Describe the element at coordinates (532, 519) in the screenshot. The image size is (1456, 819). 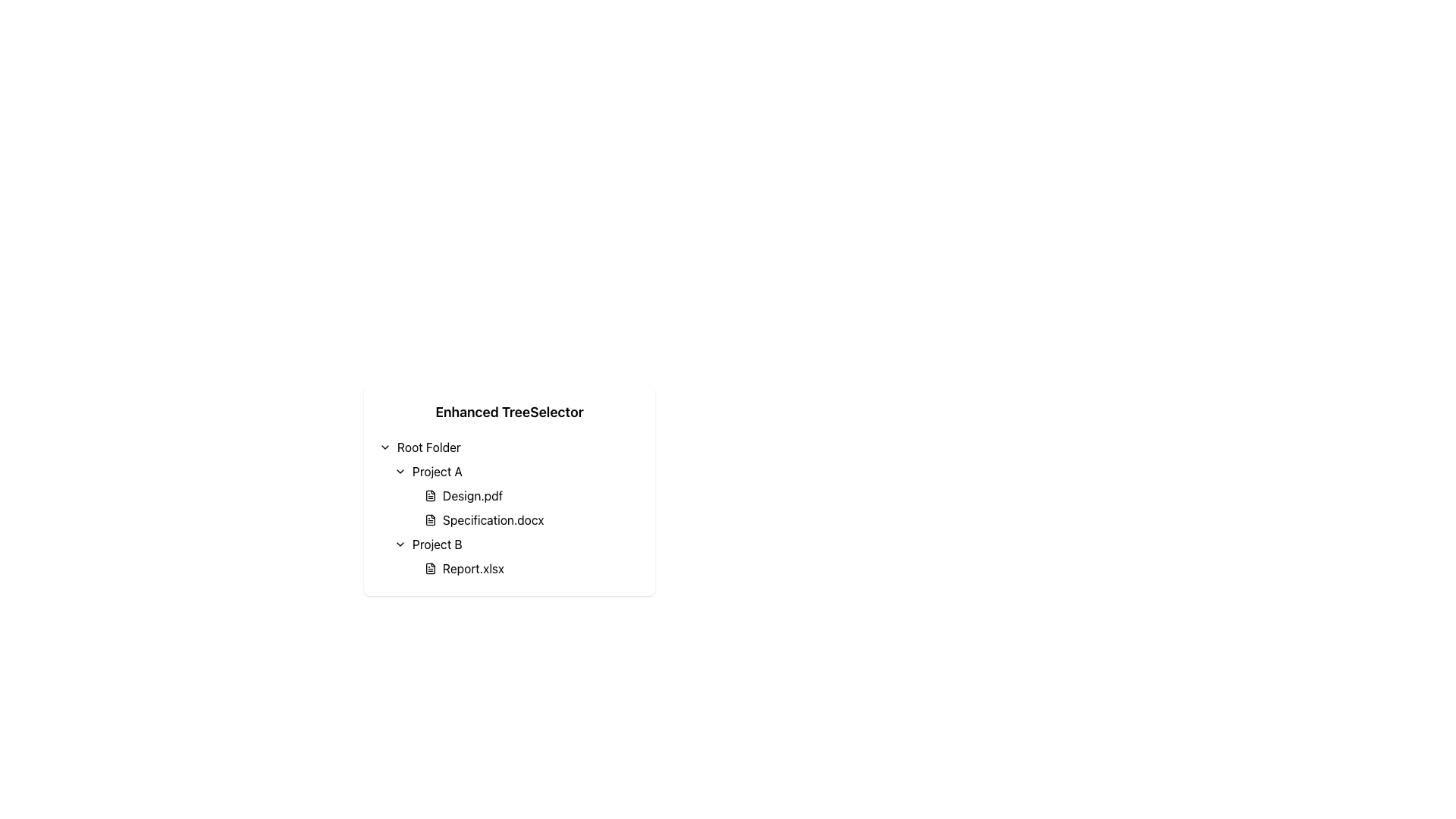
I see `the file item 'Specification.docx' in the tree view` at that location.